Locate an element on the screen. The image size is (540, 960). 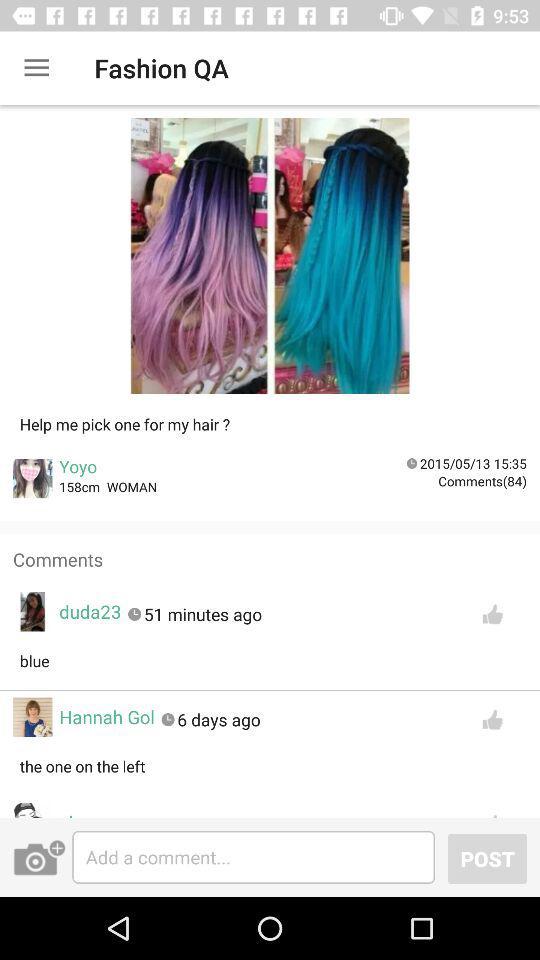
to take images is located at coordinates (39, 856).